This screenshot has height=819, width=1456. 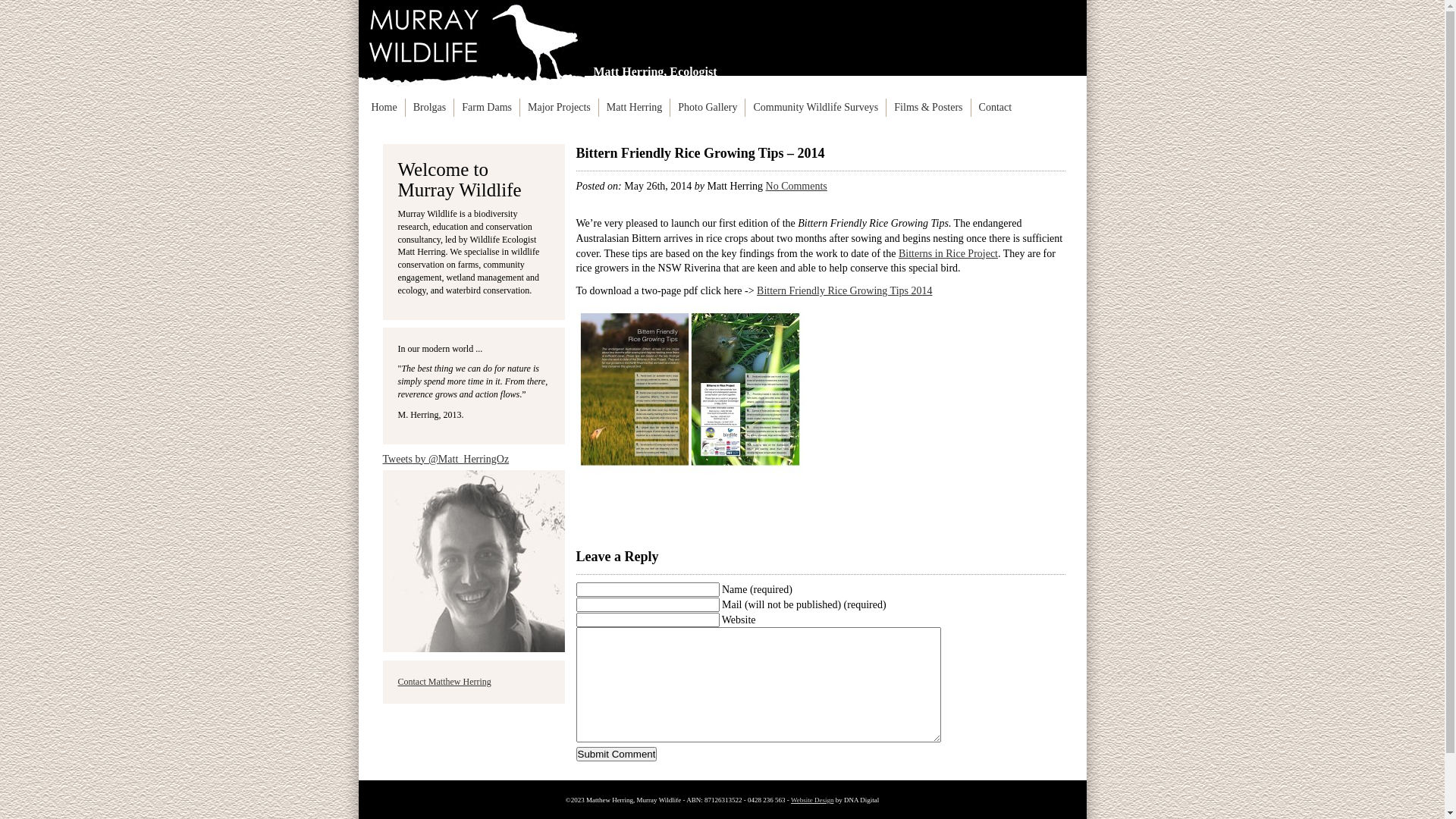 What do you see at coordinates (996, 107) in the screenshot?
I see `'Contact'` at bounding box center [996, 107].